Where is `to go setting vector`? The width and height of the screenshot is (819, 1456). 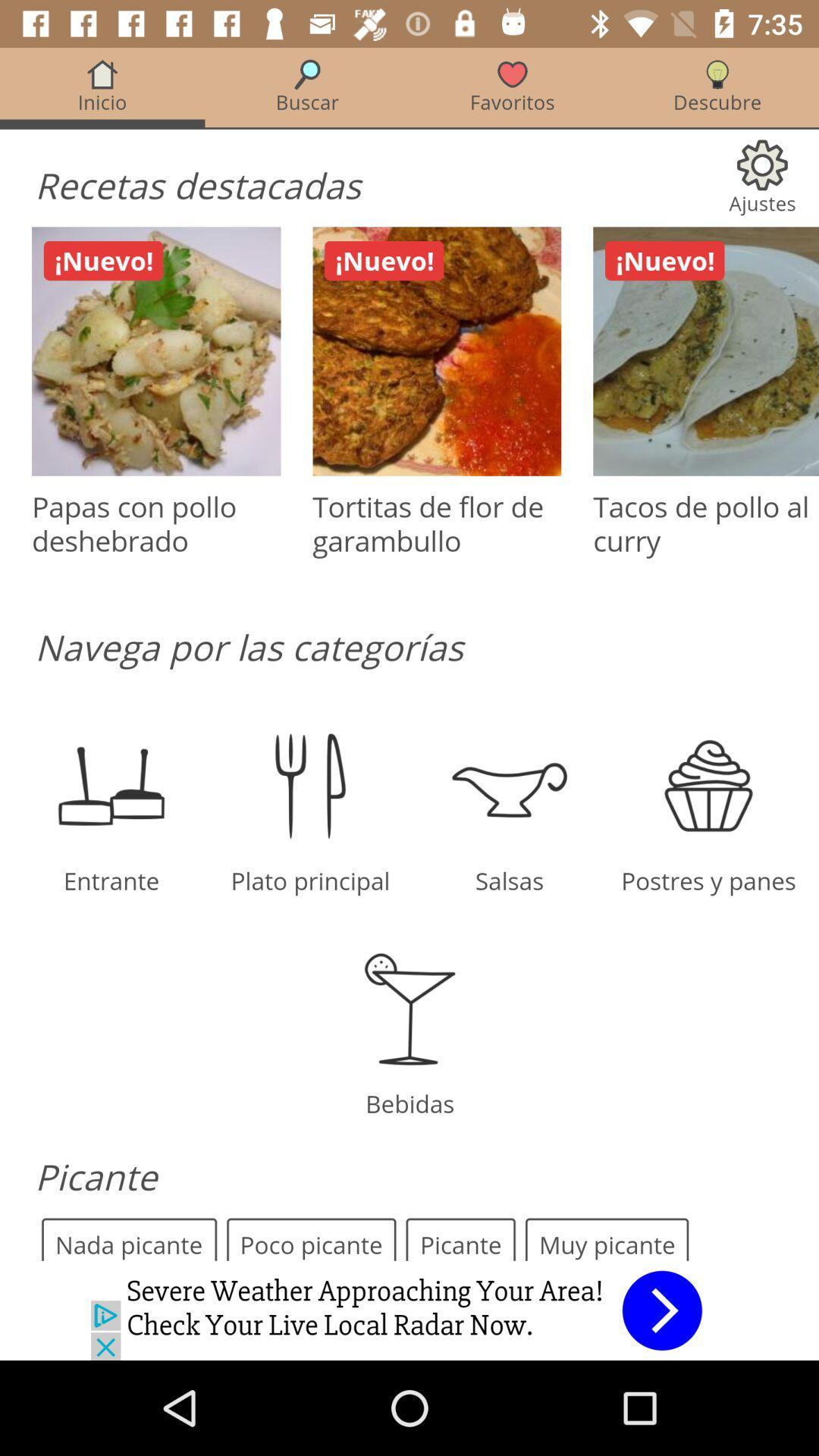 to go setting vector is located at coordinates (409, 654).